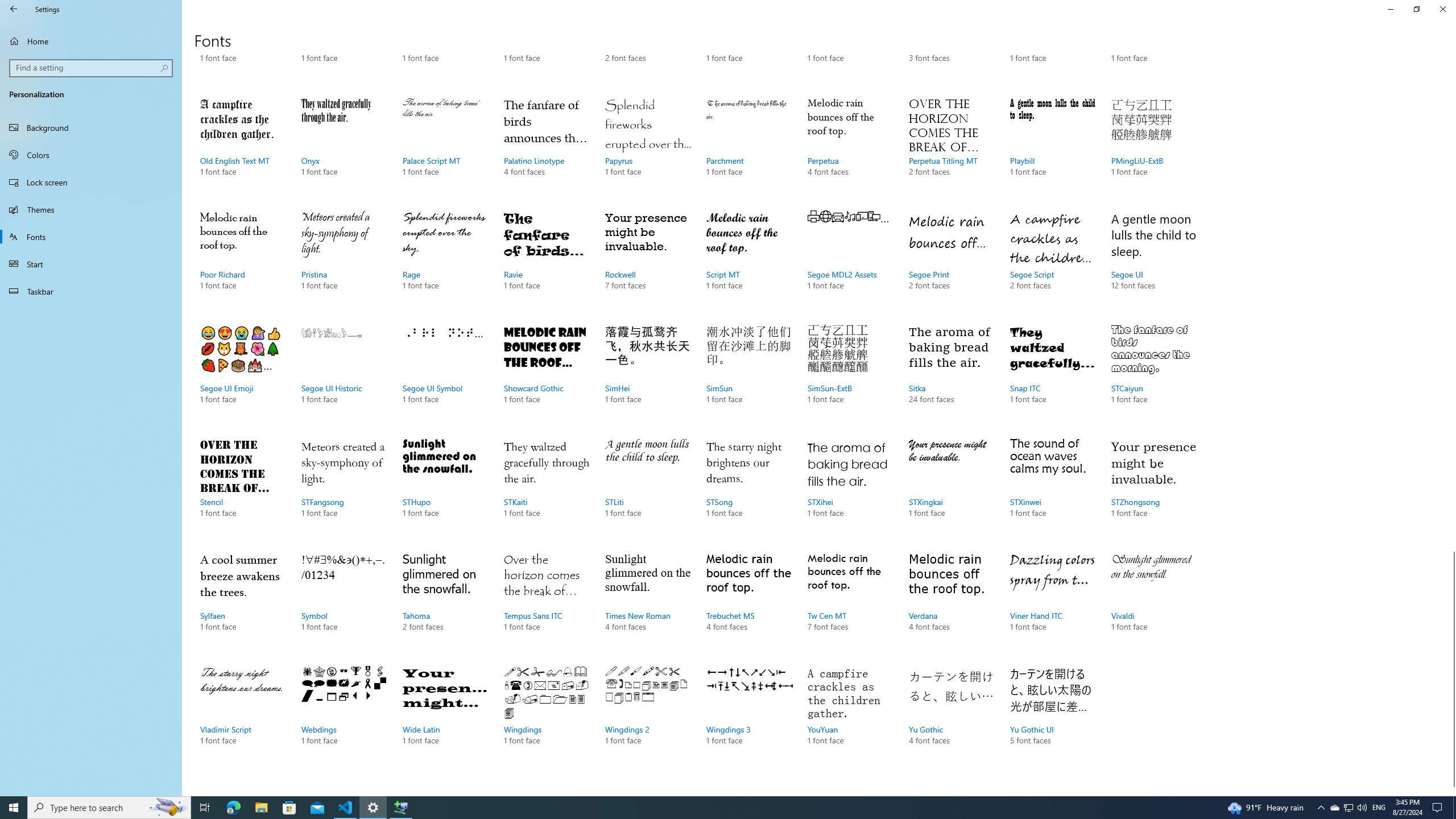 This screenshot has height=819, width=1456. Describe the element at coordinates (1052, 375) in the screenshot. I see `'Snap ITC, 1 font face'` at that location.